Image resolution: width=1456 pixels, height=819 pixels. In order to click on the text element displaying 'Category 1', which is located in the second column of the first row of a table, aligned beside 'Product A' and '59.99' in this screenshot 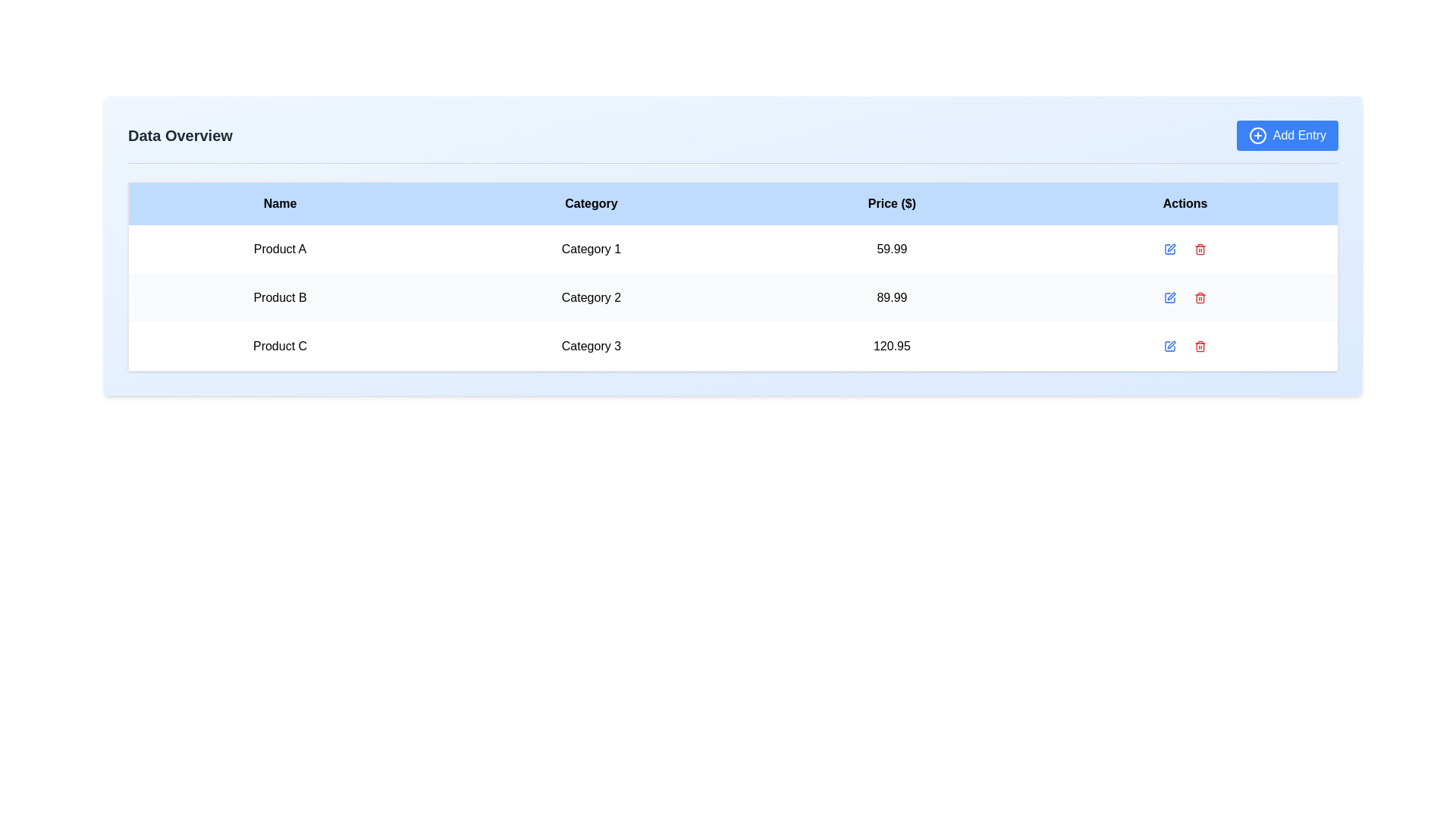, I will do `click(590, 248)`.